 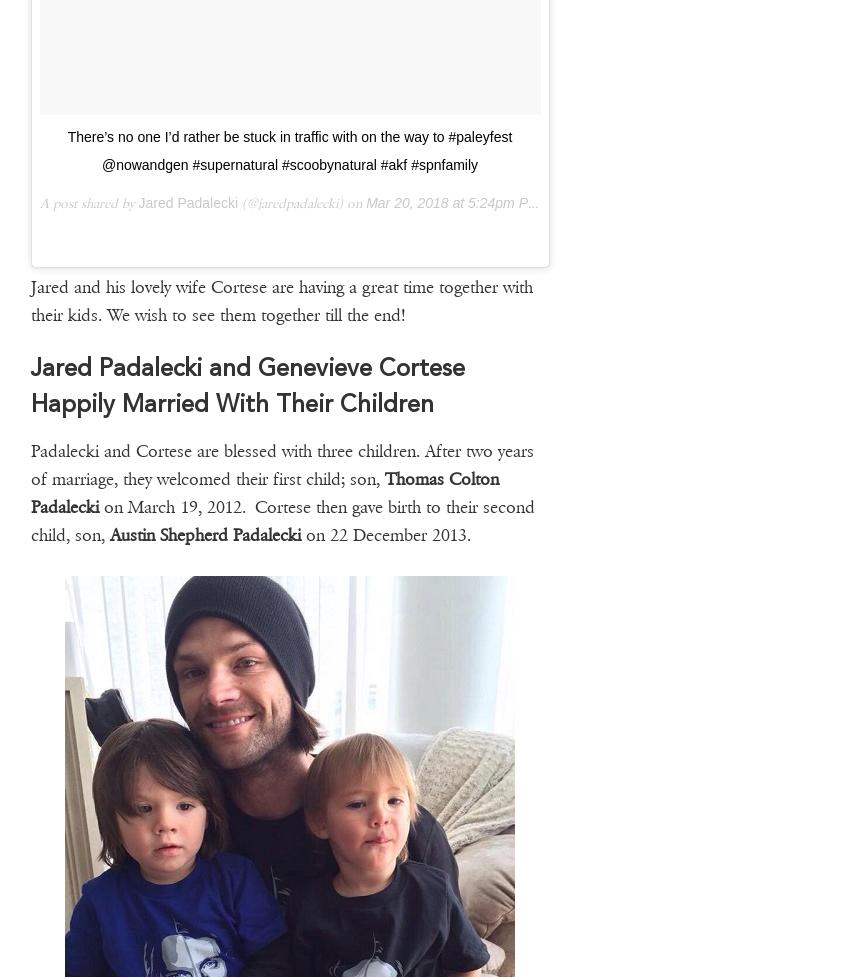 I want to click on 'Jared Padalecki and Genevieve Cortese Happily Married With Their Children', so click(x=247, y=385).